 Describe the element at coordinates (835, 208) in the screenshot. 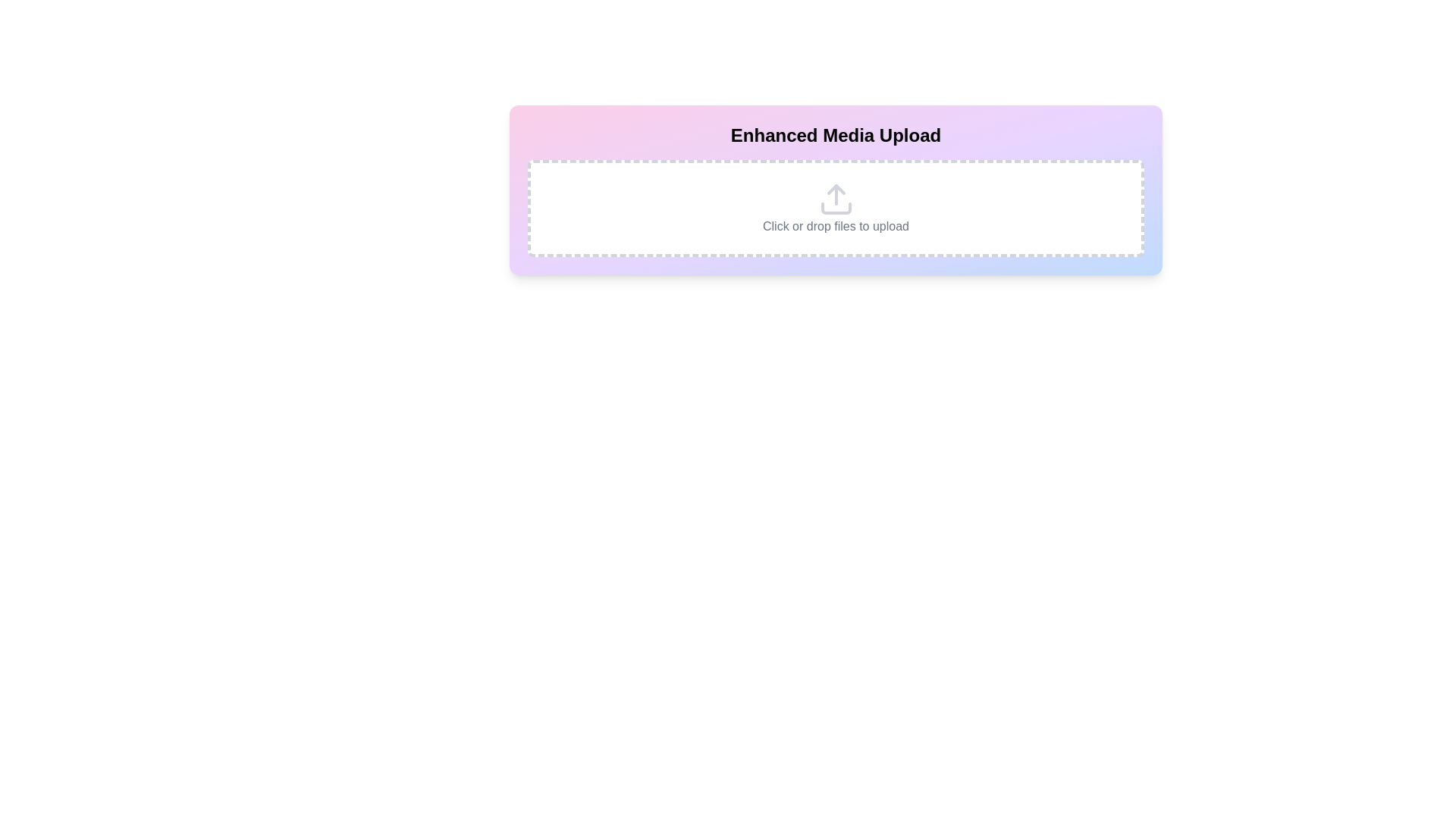

I see `the interactive dropzone component with a dashed border and the text 'Click or drop files to upload'` at that location.